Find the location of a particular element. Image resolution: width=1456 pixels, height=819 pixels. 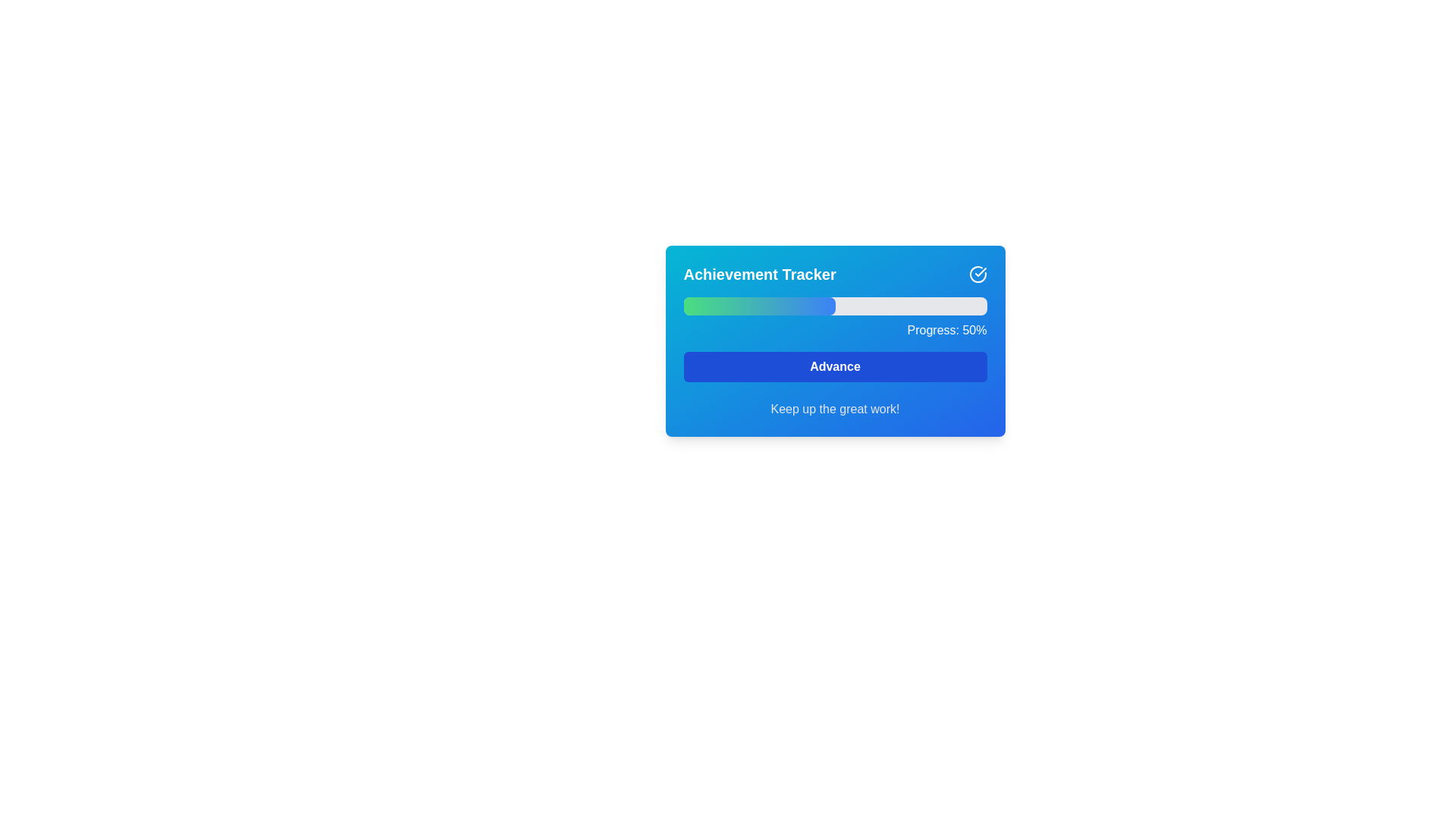

the rectangular blue button labeled 'Advance' to observe its hover effect, located within the 'Achievement Tracker' card below the progress bar is located at coordinates (834, 366).